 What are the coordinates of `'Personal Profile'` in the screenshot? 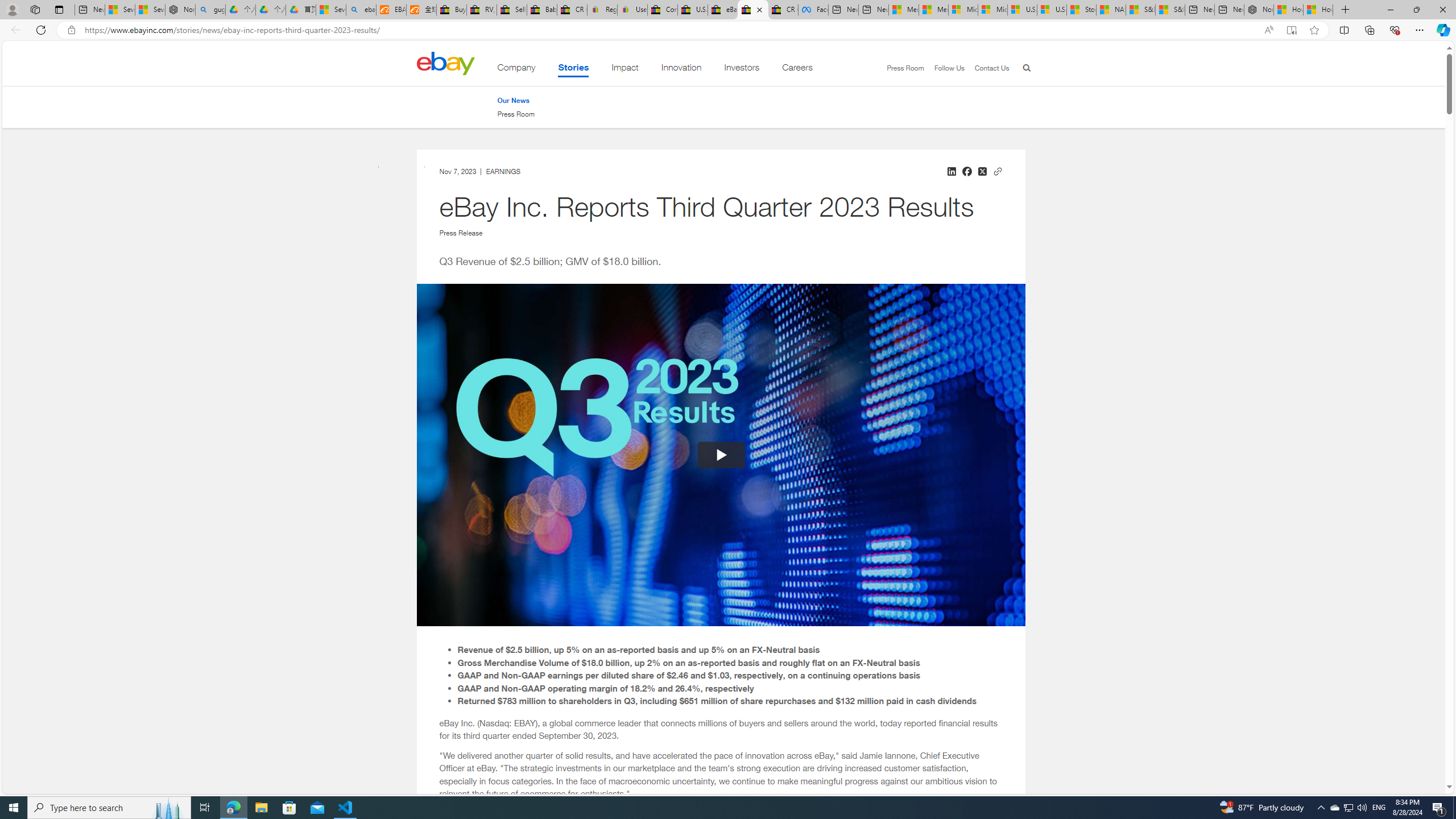 It's located at (11, 9).